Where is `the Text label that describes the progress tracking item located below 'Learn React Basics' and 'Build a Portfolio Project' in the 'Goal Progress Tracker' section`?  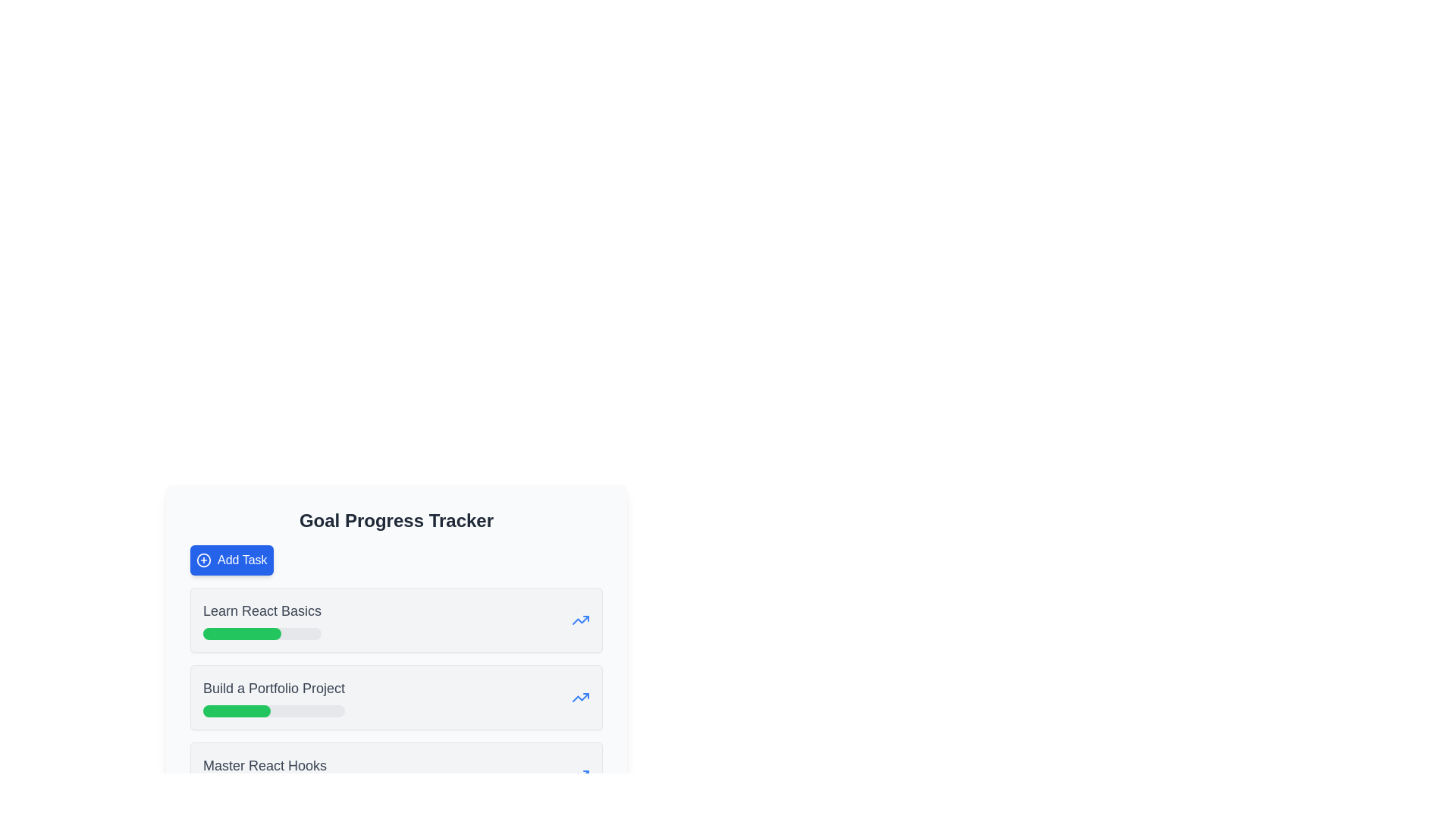
the Text label that describes the progress tracking item located below 'Learn React Basics' and 'Build a Portfolio Project' in the 'Goal Progress Tracker' section is located at coordinates (265, 775).